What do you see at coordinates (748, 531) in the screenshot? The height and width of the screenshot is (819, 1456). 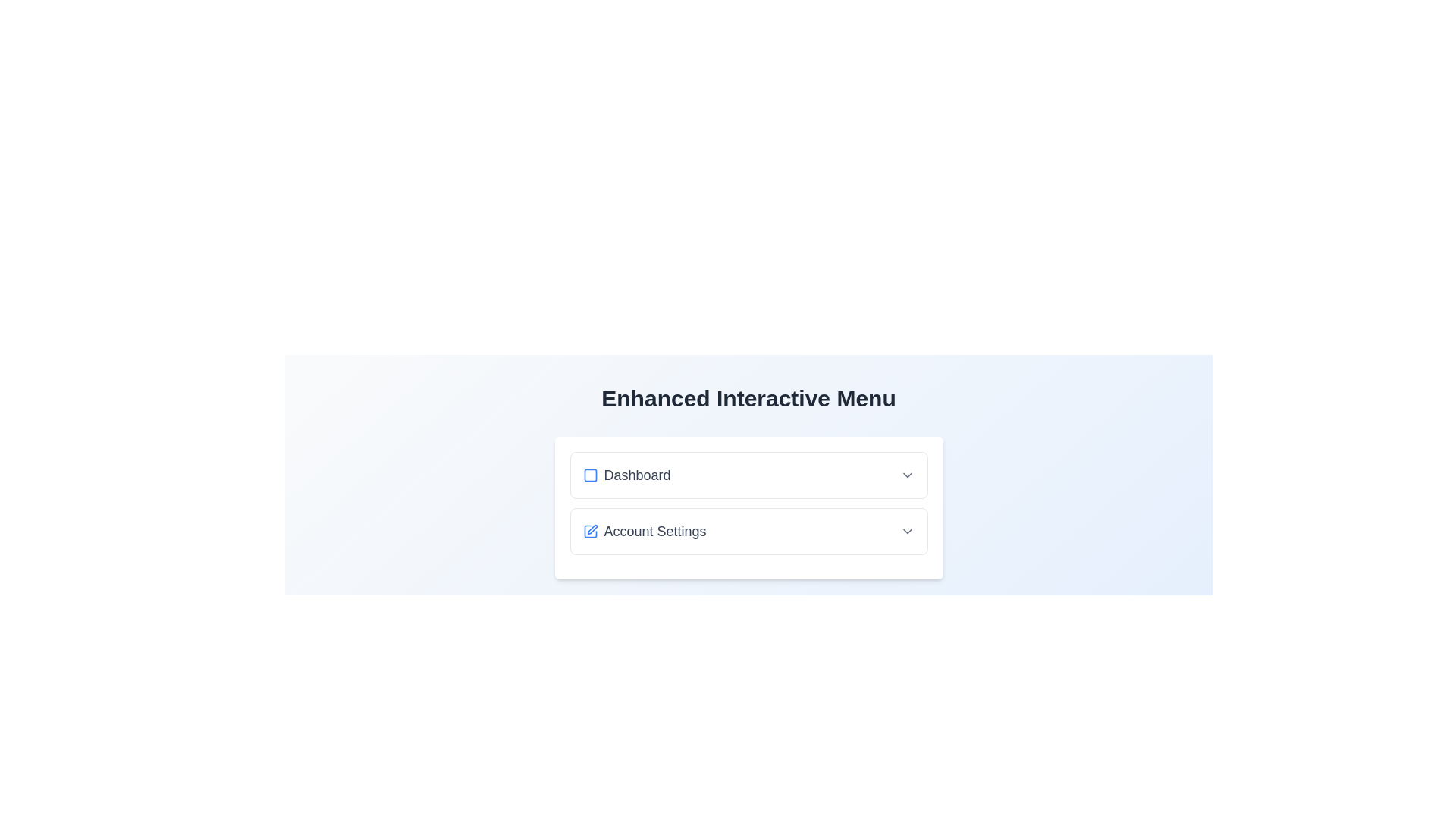 I see `the 'Account Settings' menu option, which is the second item in the vertical menu stack` at bounding box center [748, 531].